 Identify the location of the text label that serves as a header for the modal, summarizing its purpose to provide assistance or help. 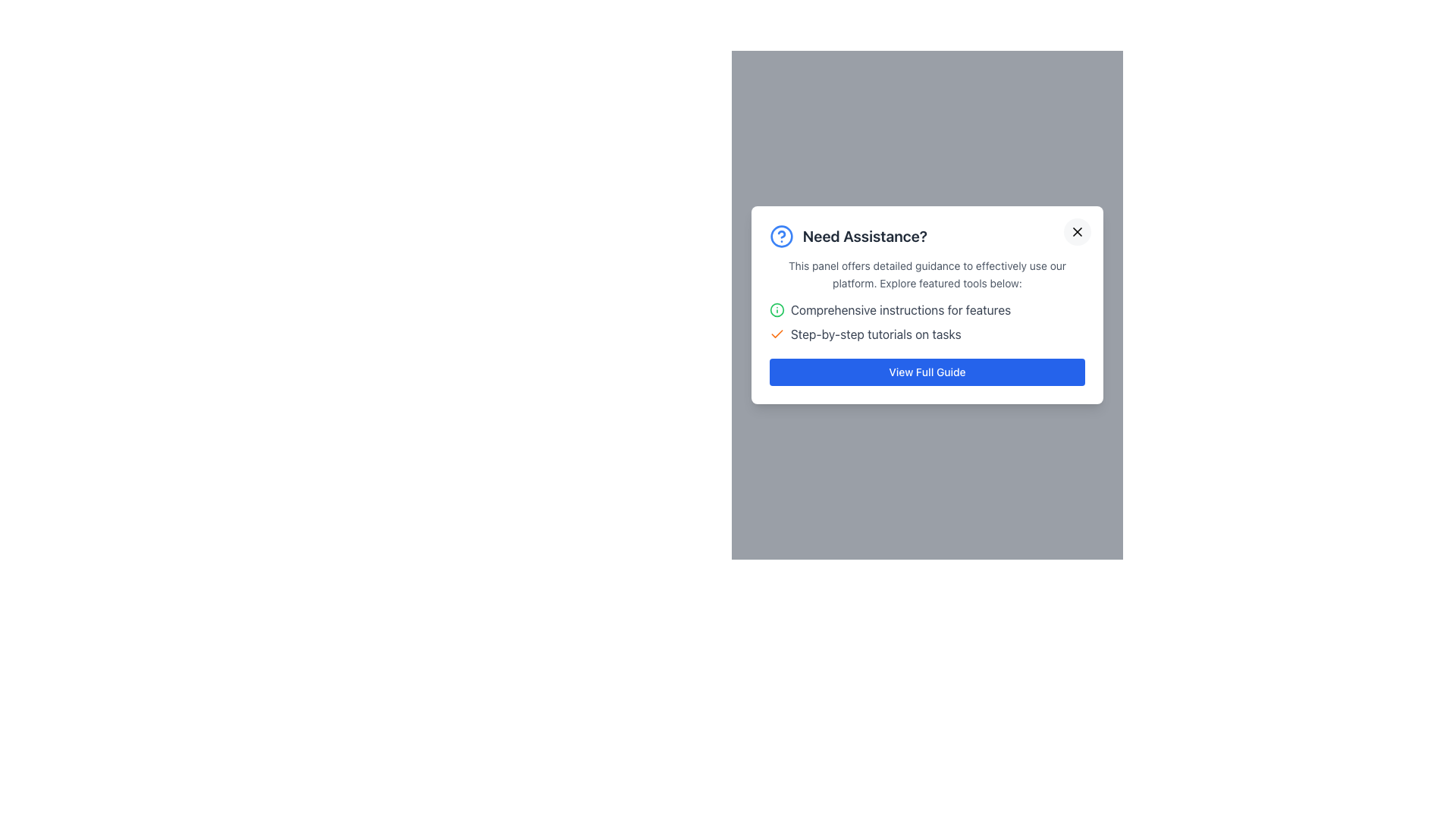
(864, 236).